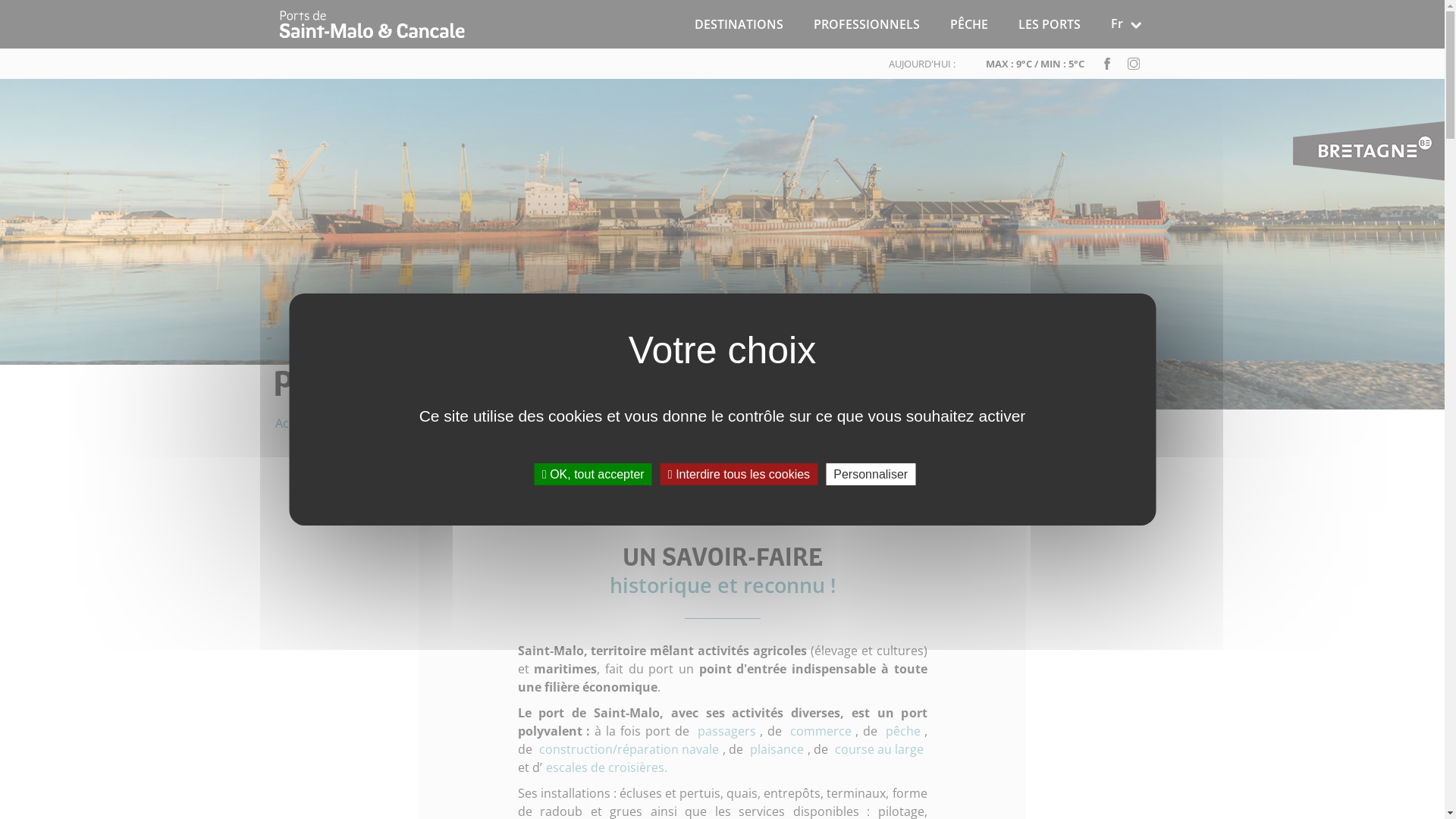 The width and height of the screenshot is (1456, 819). I want to click on 'Accueil', so click(294, 419).